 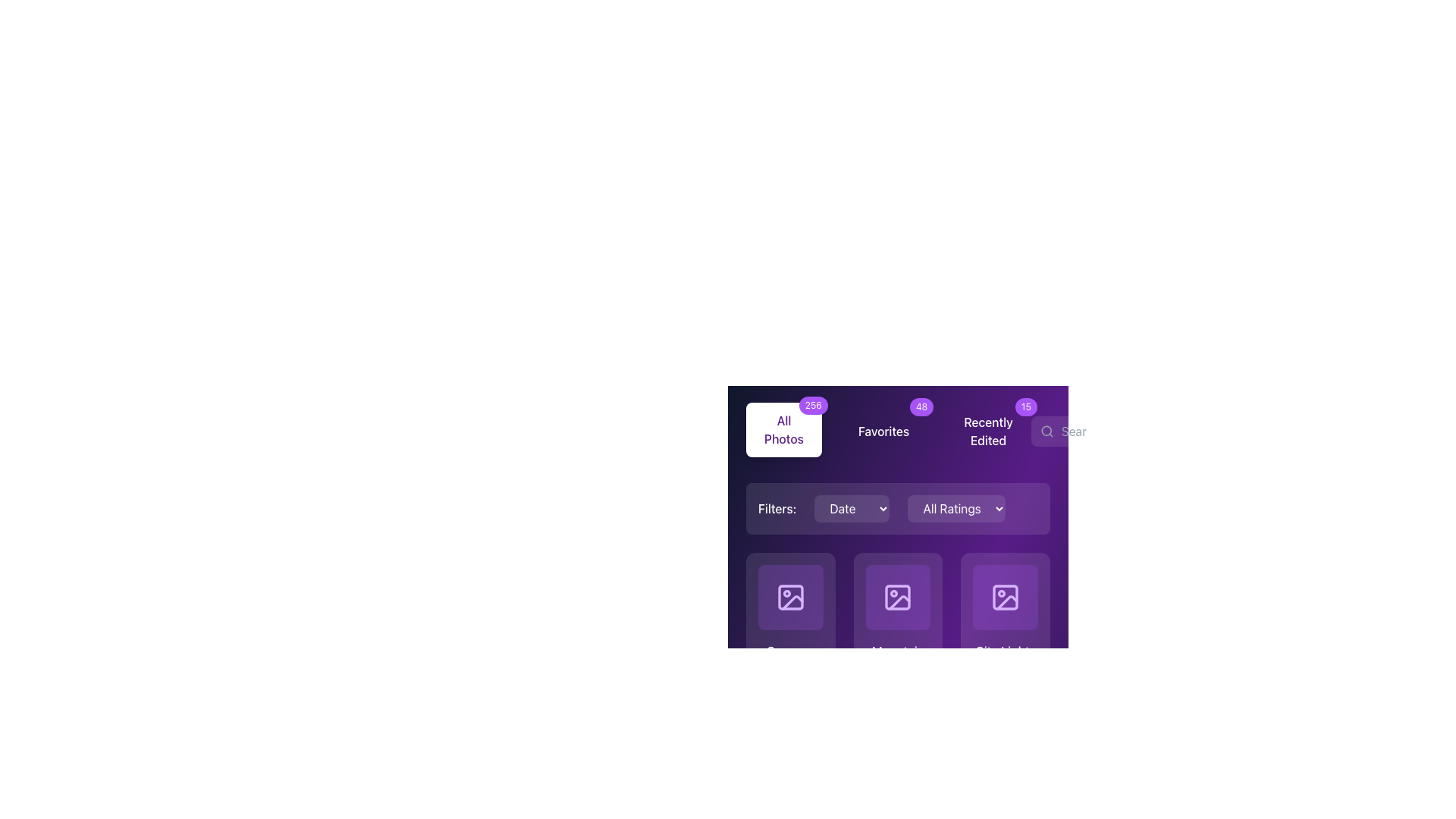 What do you see at coordinates (1046, 431) in the screenshot?
I see `the search icon located to the left of the 'Search photos...' input field to focus on the search field` at bounding box center [1046, 431].